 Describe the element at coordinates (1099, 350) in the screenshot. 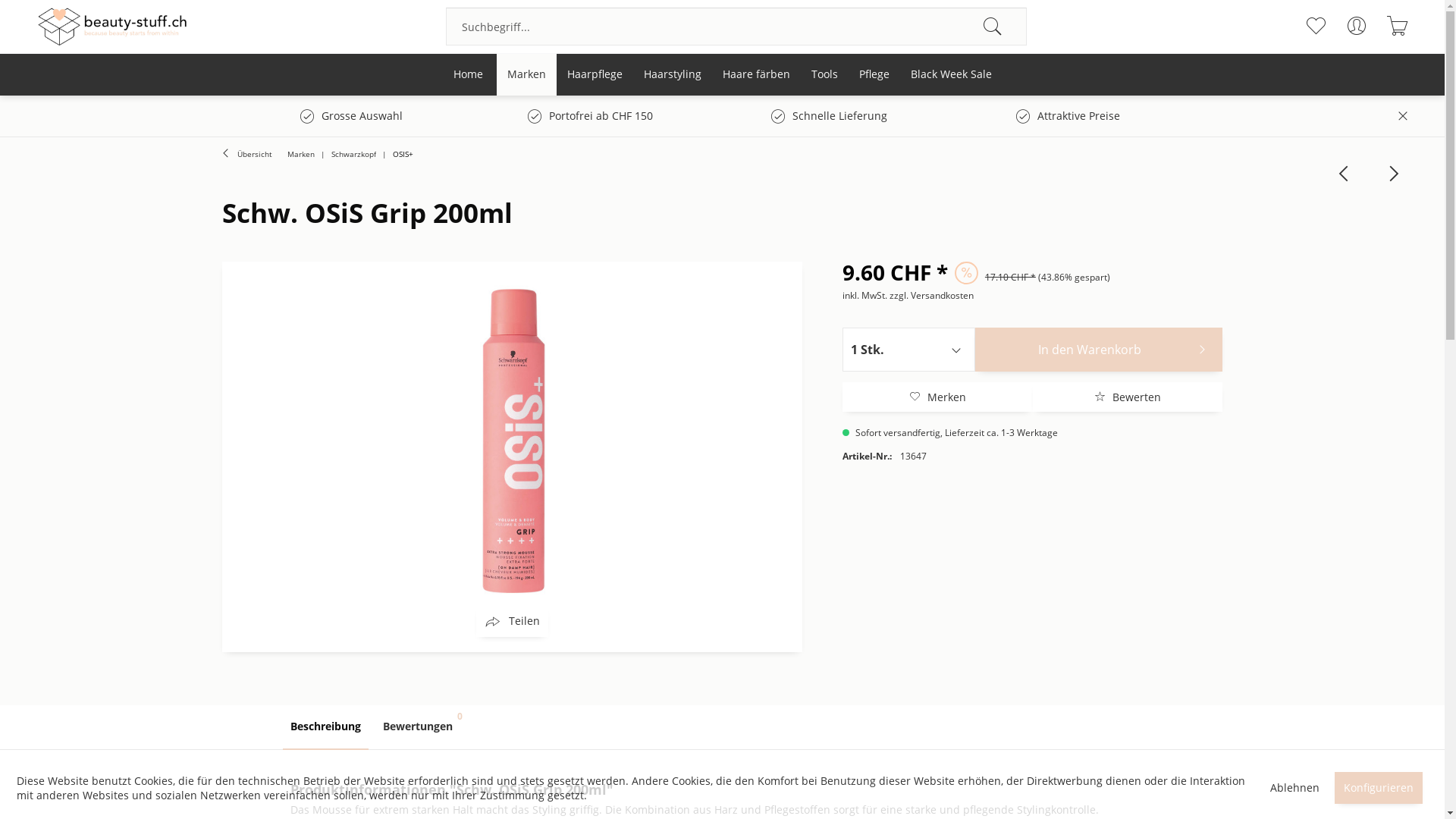

I see `'In den Warenkorb'` at that location.